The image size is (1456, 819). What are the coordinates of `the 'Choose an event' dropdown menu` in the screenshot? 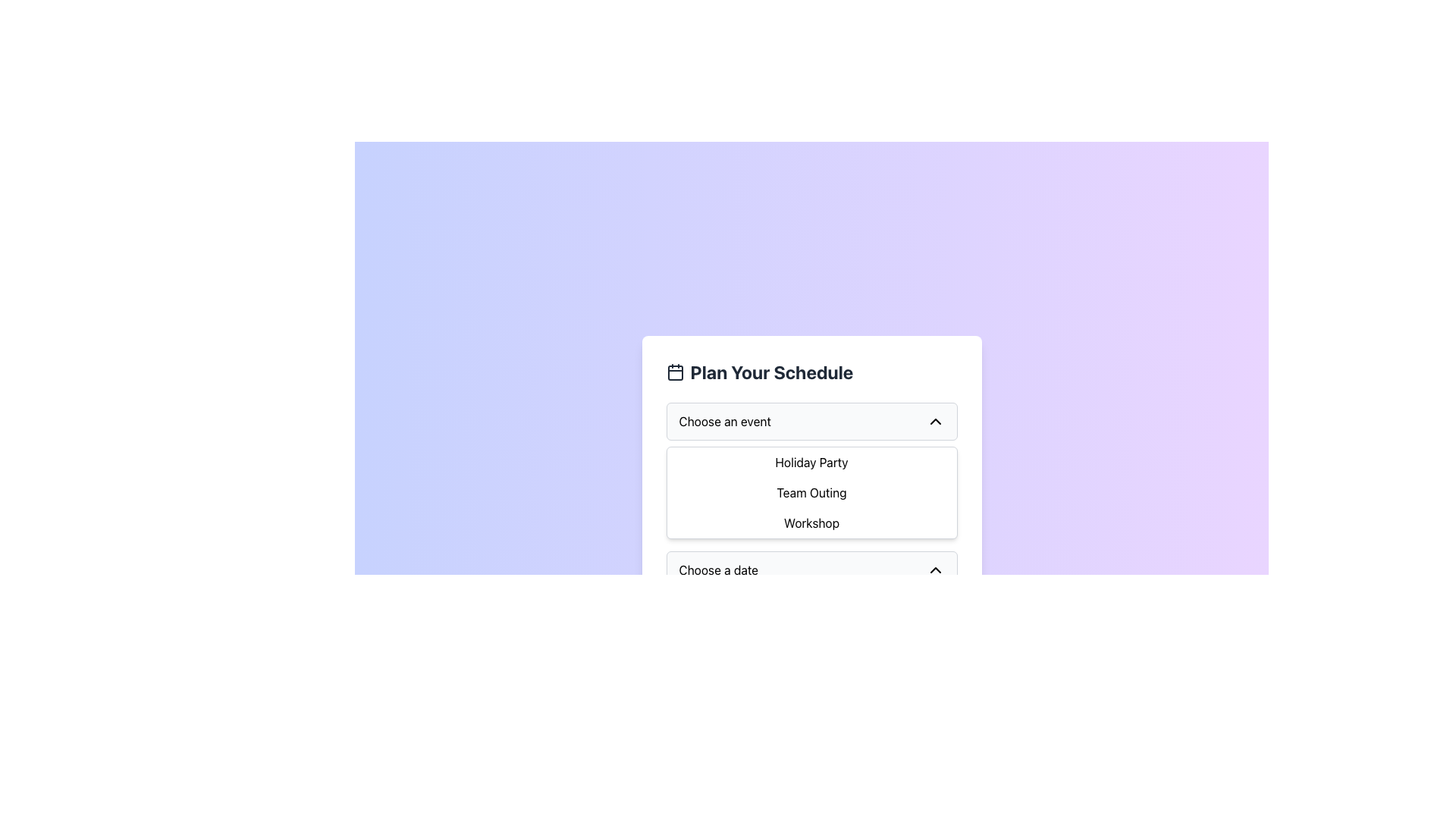 It's located at (811, 470).